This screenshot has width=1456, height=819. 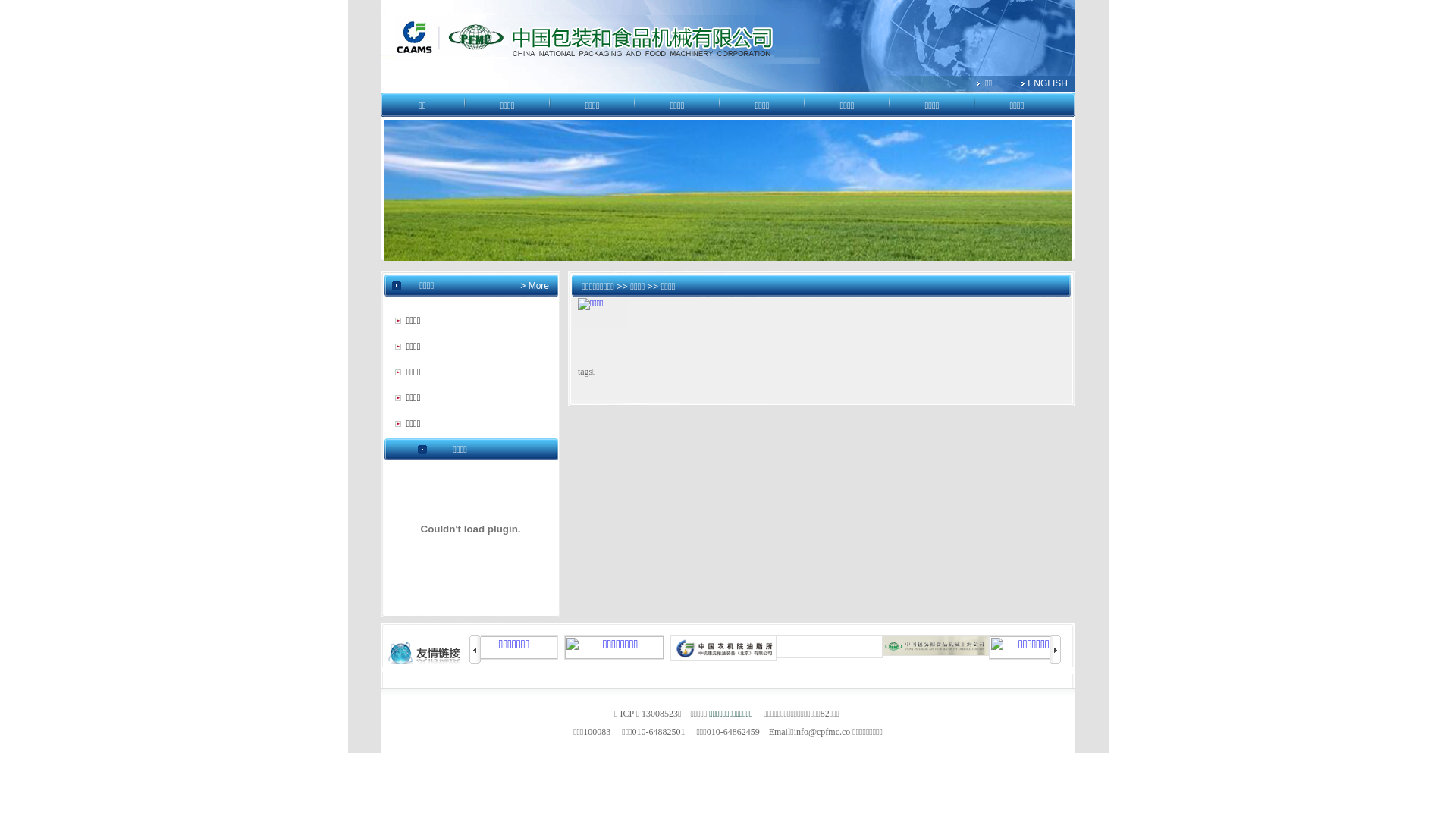 What do you see at coordinates (537, 286) in the screenshot?
I see `' More'` at bounding box center [537, 286].